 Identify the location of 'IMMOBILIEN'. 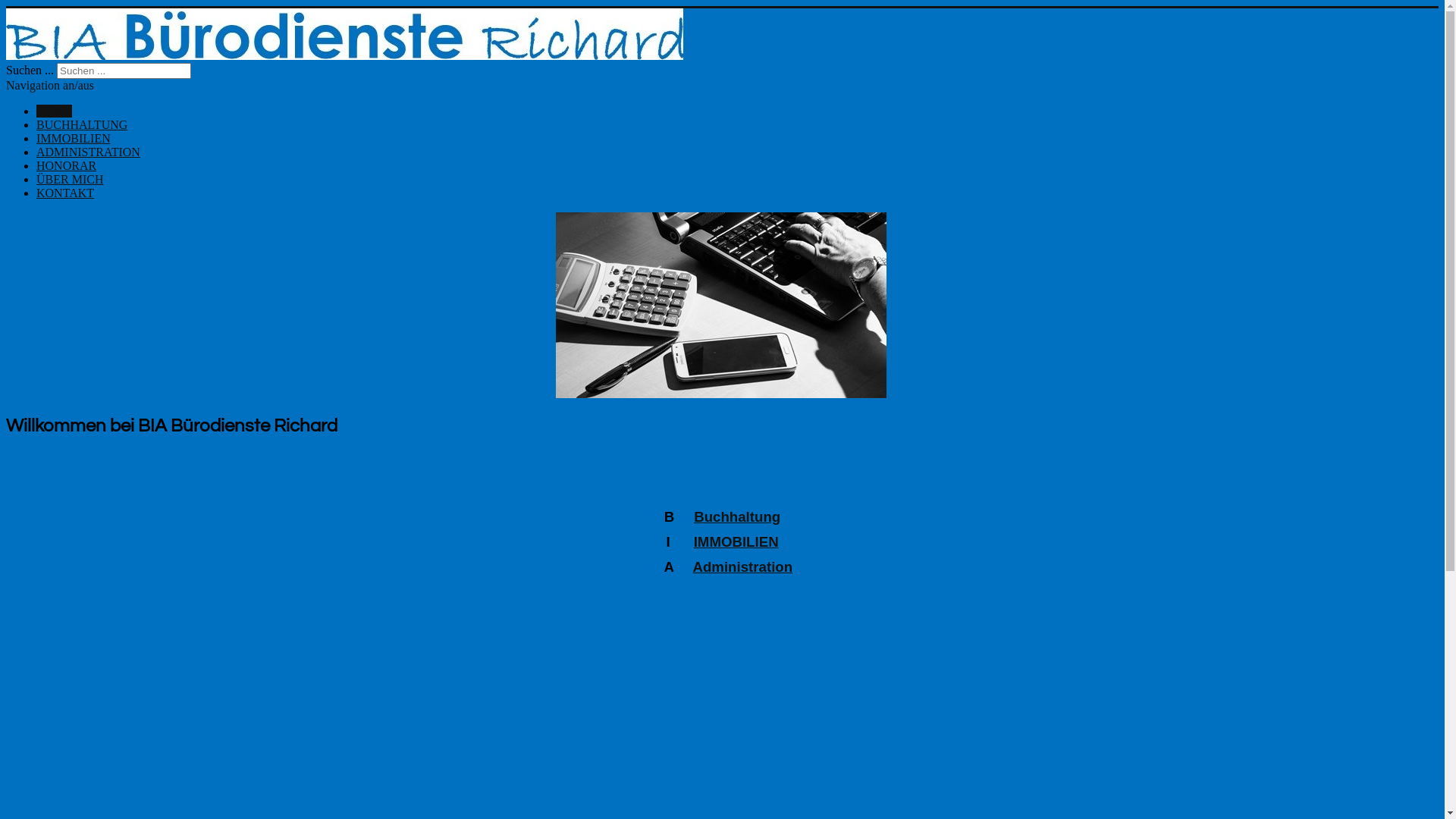
(736, 541).